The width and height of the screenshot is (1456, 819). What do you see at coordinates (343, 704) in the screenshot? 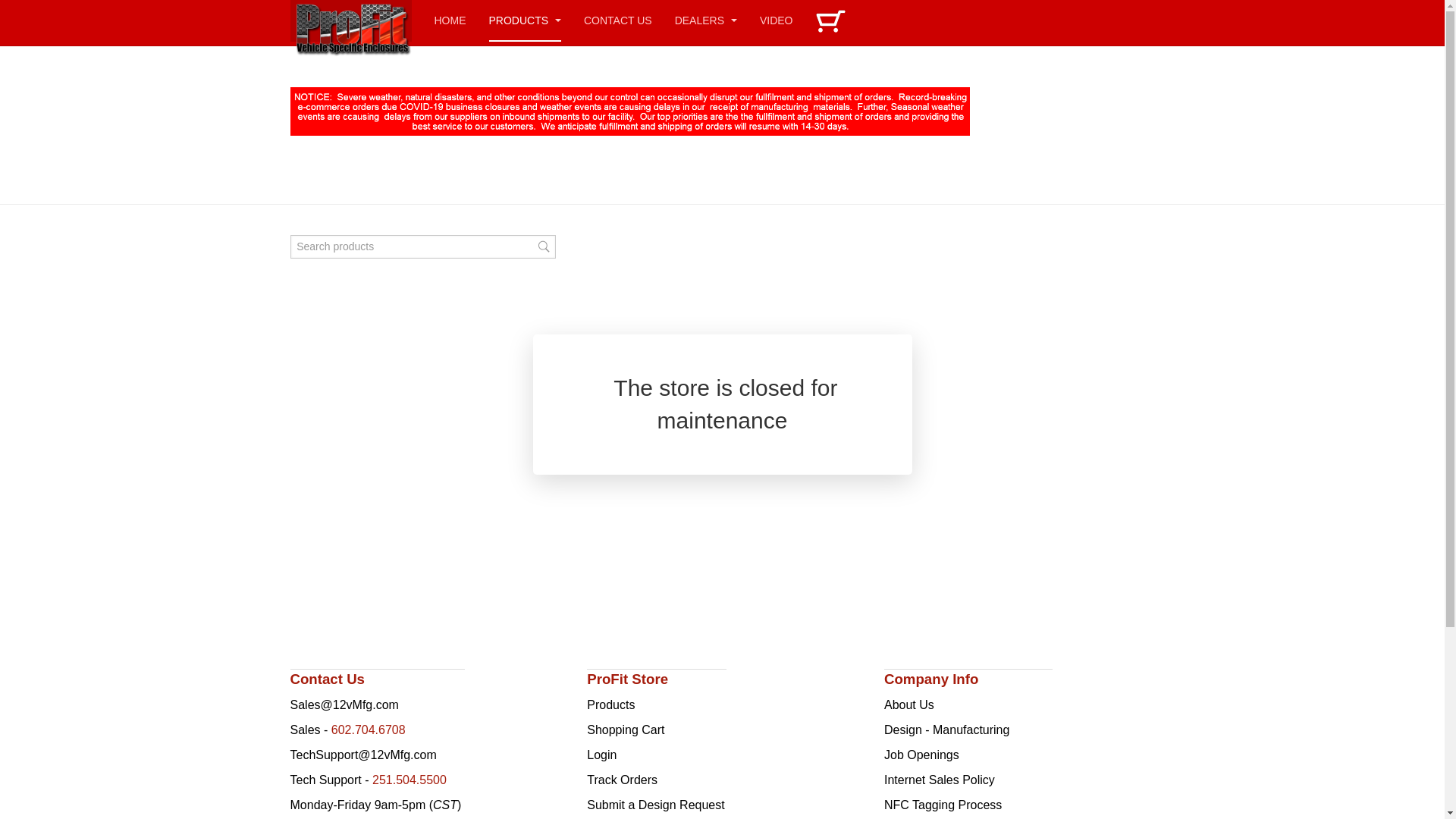
I see `'Sales@12vMfg.com'` at bounding box center [343, 704].